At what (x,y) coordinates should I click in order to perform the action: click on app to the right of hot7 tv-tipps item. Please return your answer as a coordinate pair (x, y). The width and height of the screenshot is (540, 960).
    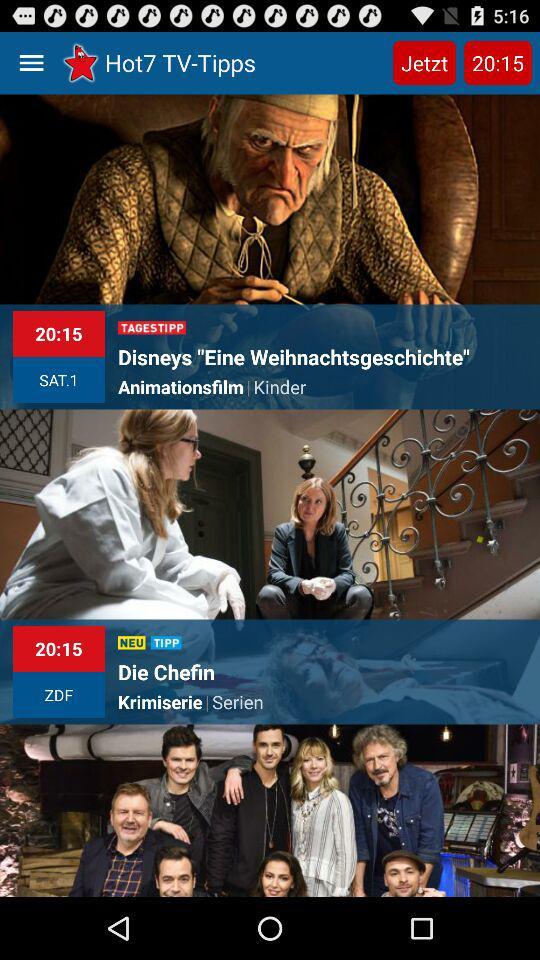
    Looking at the image, I should click on (423, 62).